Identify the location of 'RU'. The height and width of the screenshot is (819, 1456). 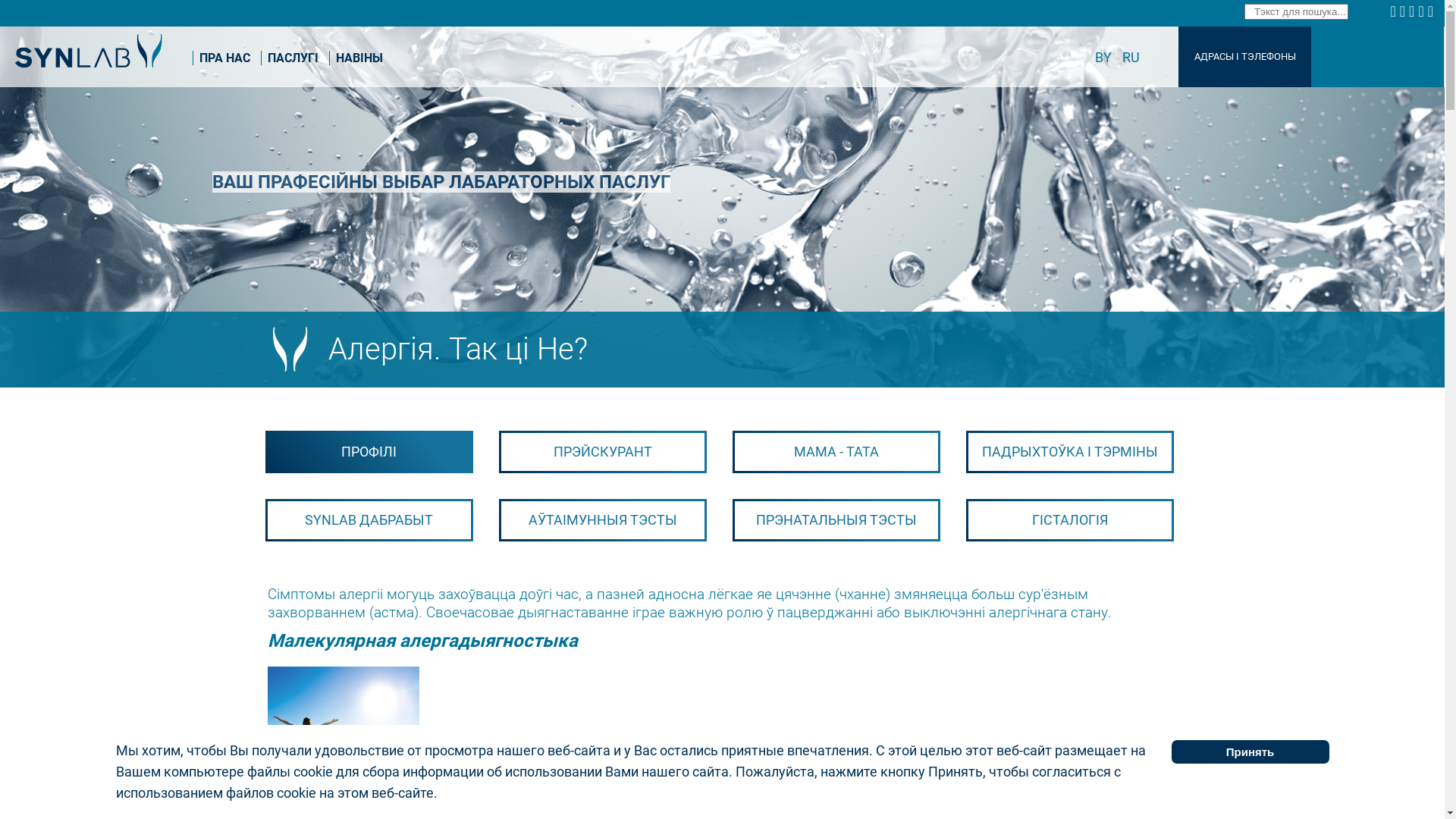
(1131, 56).